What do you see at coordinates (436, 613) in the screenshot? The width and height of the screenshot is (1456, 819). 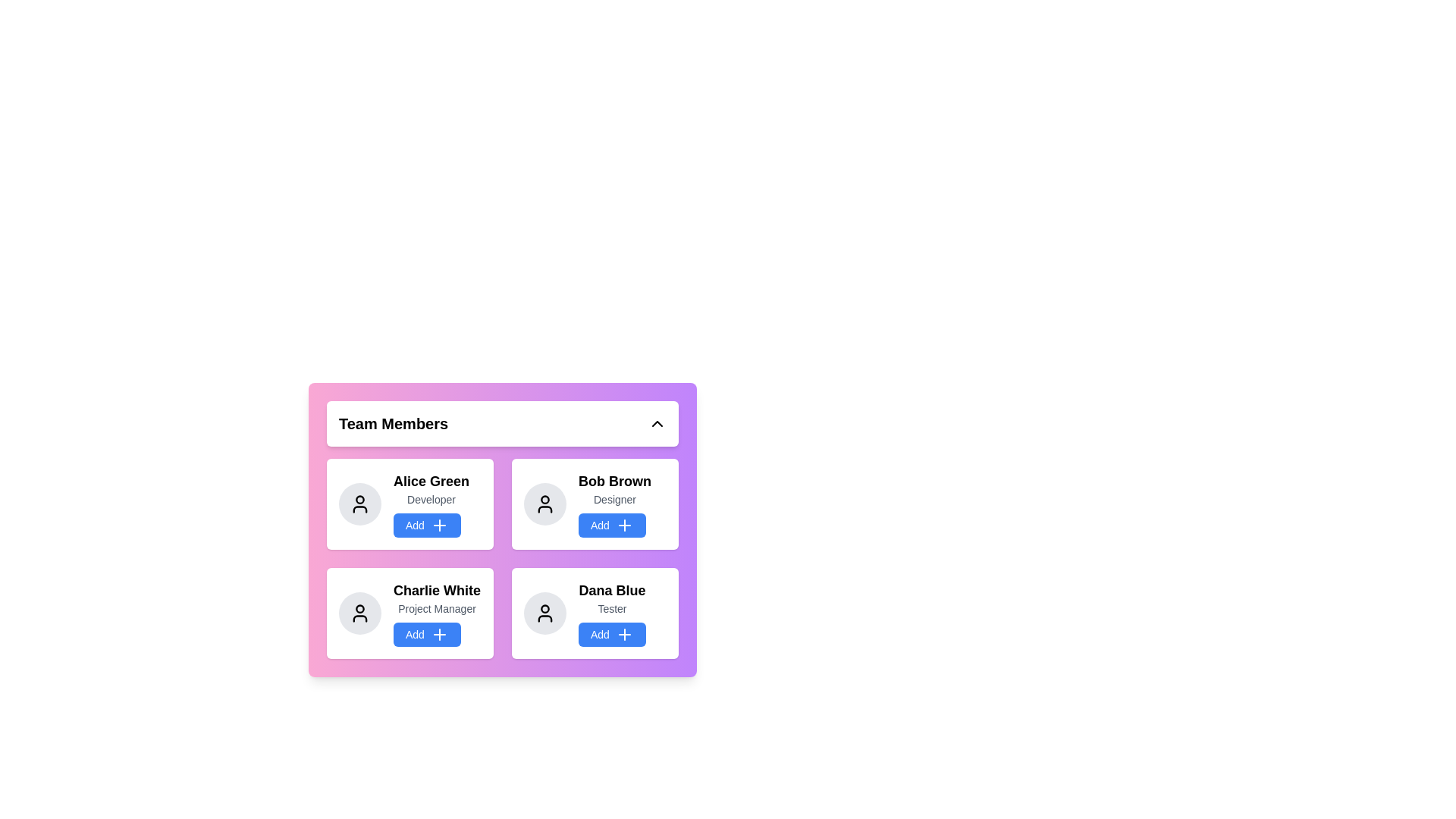 I see `the 'Add' button in the team member profile UI element located in the lower-left quadrant of the grid layout` at bounding box center [436, 613].